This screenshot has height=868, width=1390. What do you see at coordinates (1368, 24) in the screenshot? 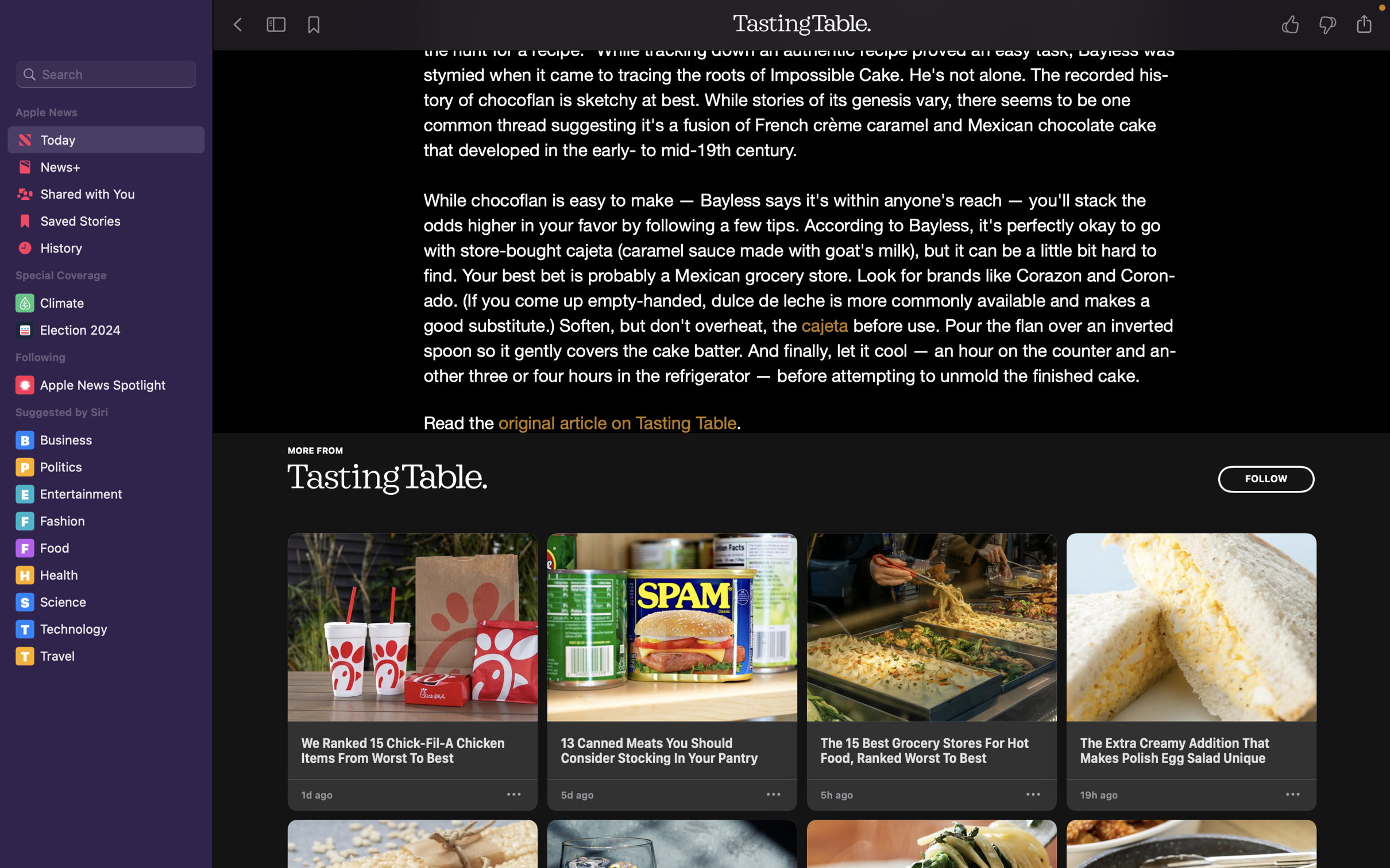
I see `Transfer the tale to the Notes application` at bounding box center [1368, 24].